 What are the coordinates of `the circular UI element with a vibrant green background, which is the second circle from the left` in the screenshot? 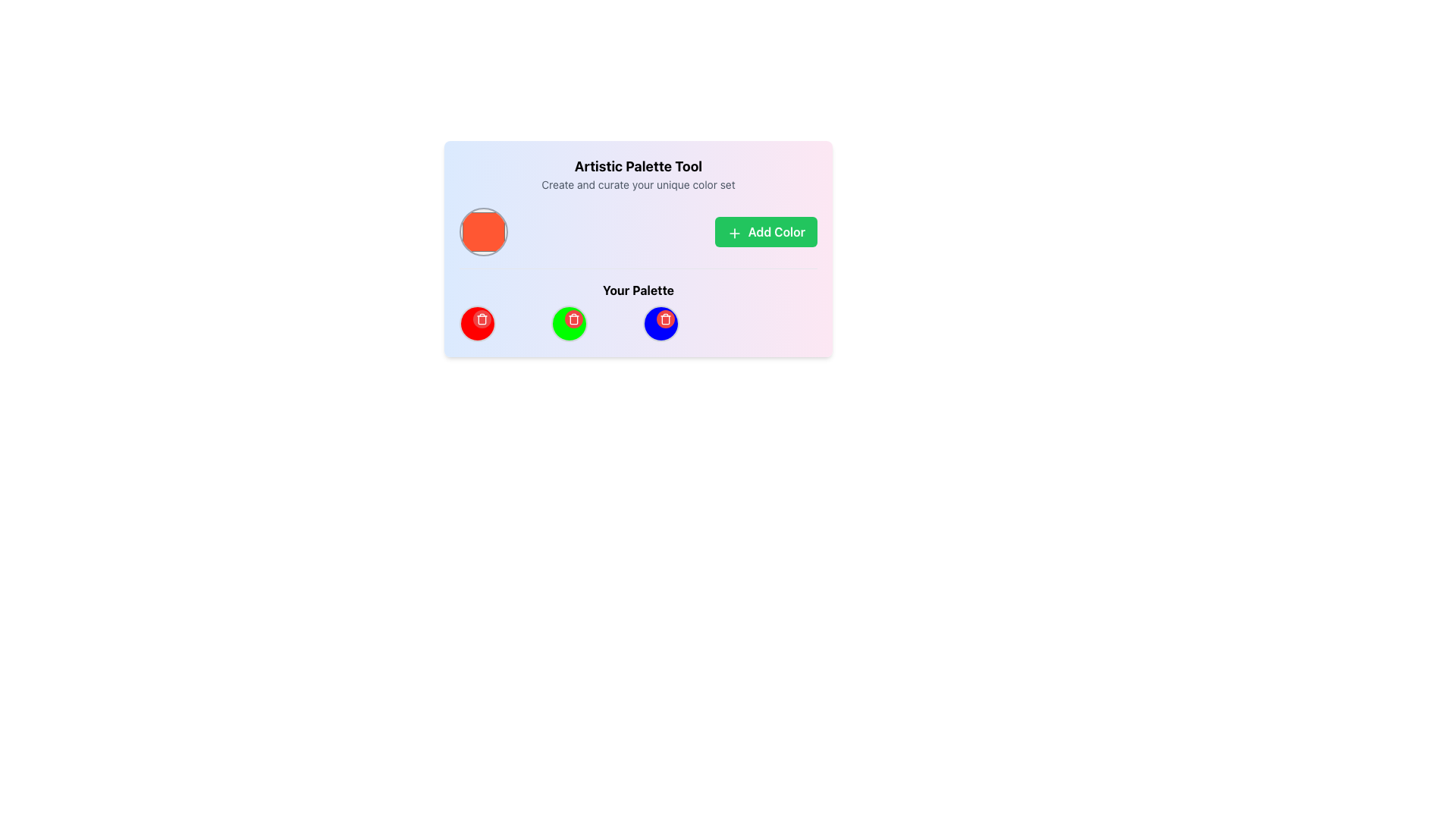 It's located at (568, 323).